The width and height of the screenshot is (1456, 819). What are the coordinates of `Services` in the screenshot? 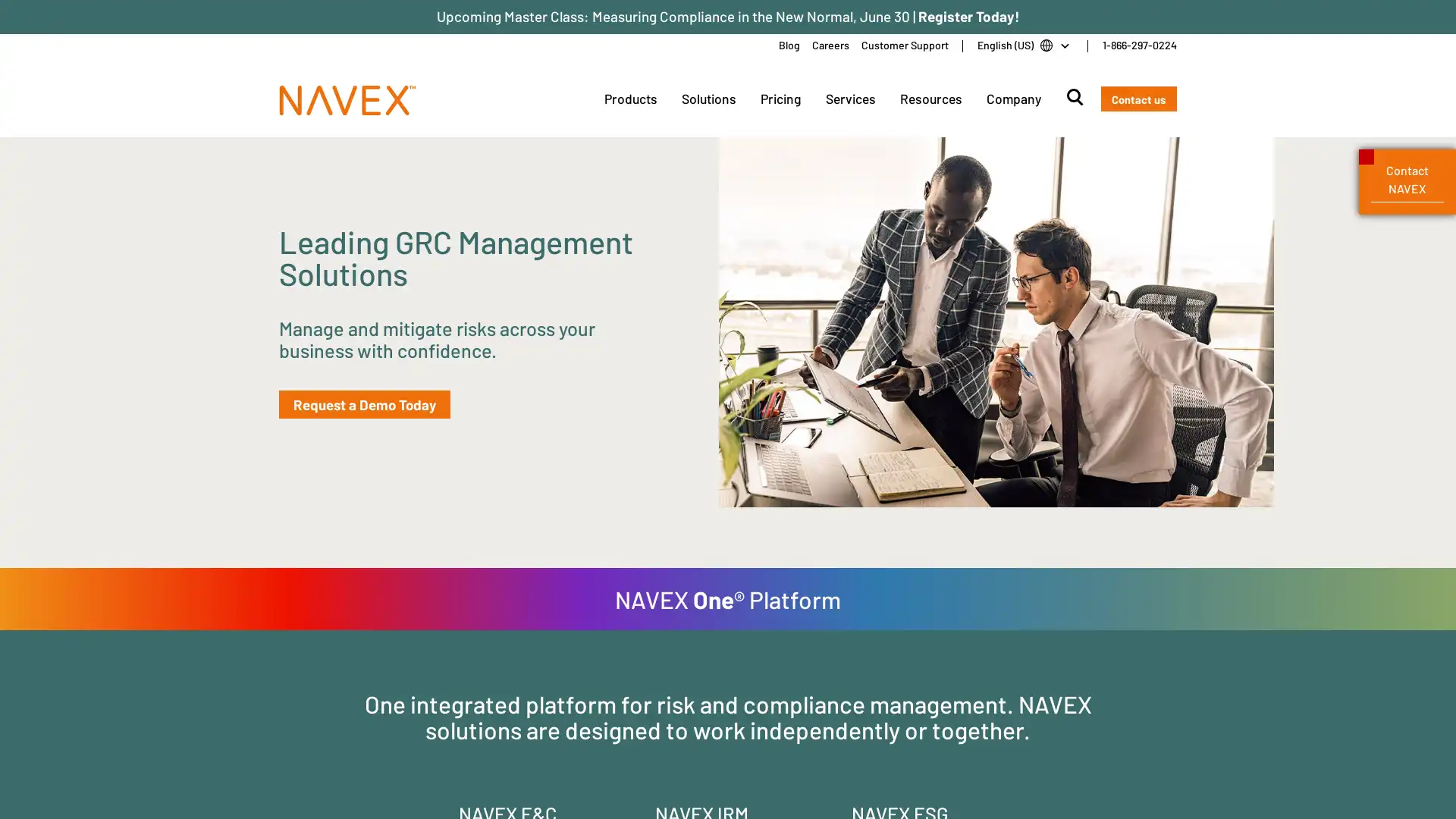 It's located at (850, 99).